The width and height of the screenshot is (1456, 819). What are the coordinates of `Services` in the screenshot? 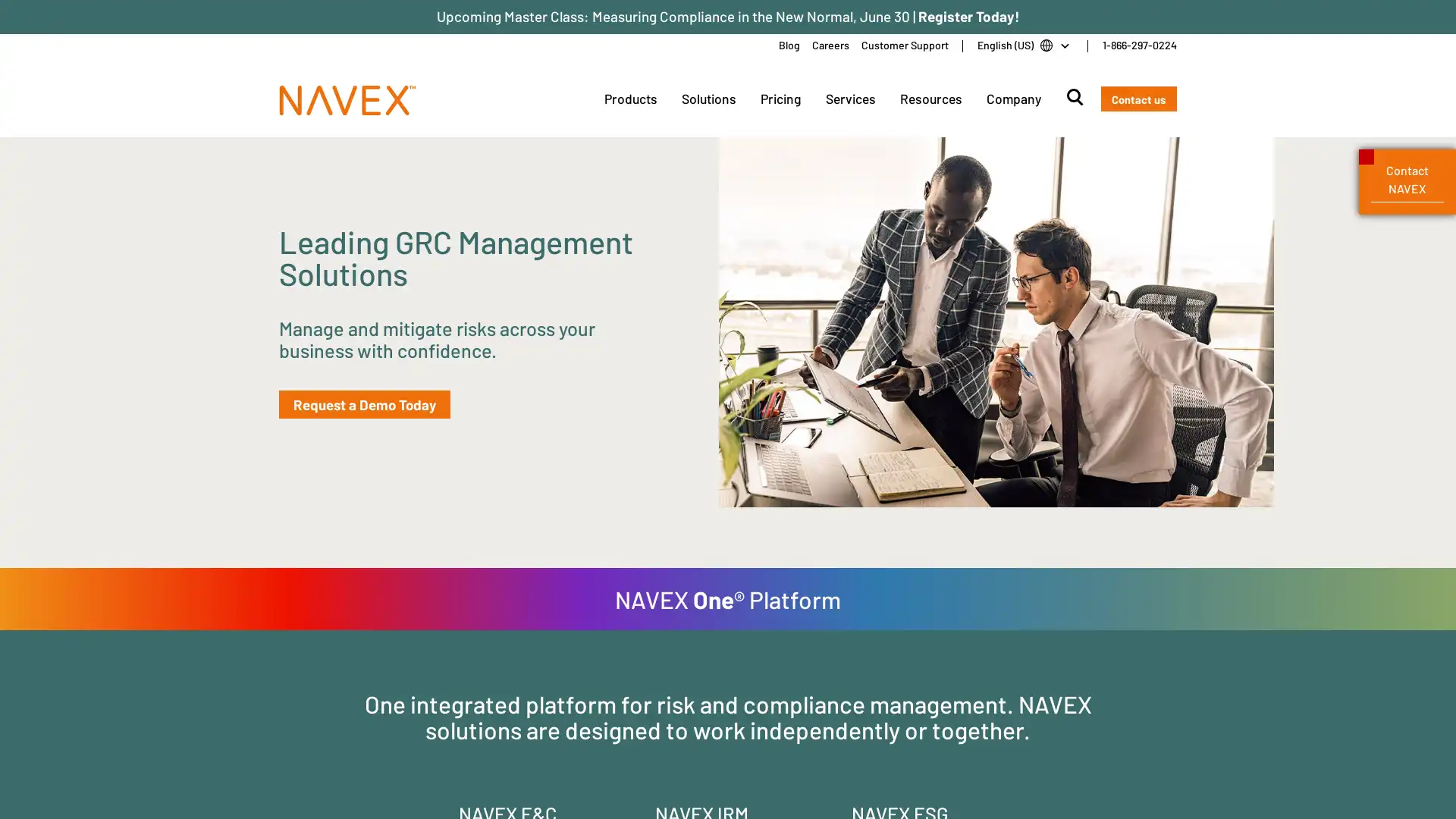 It's located at (850, 99).